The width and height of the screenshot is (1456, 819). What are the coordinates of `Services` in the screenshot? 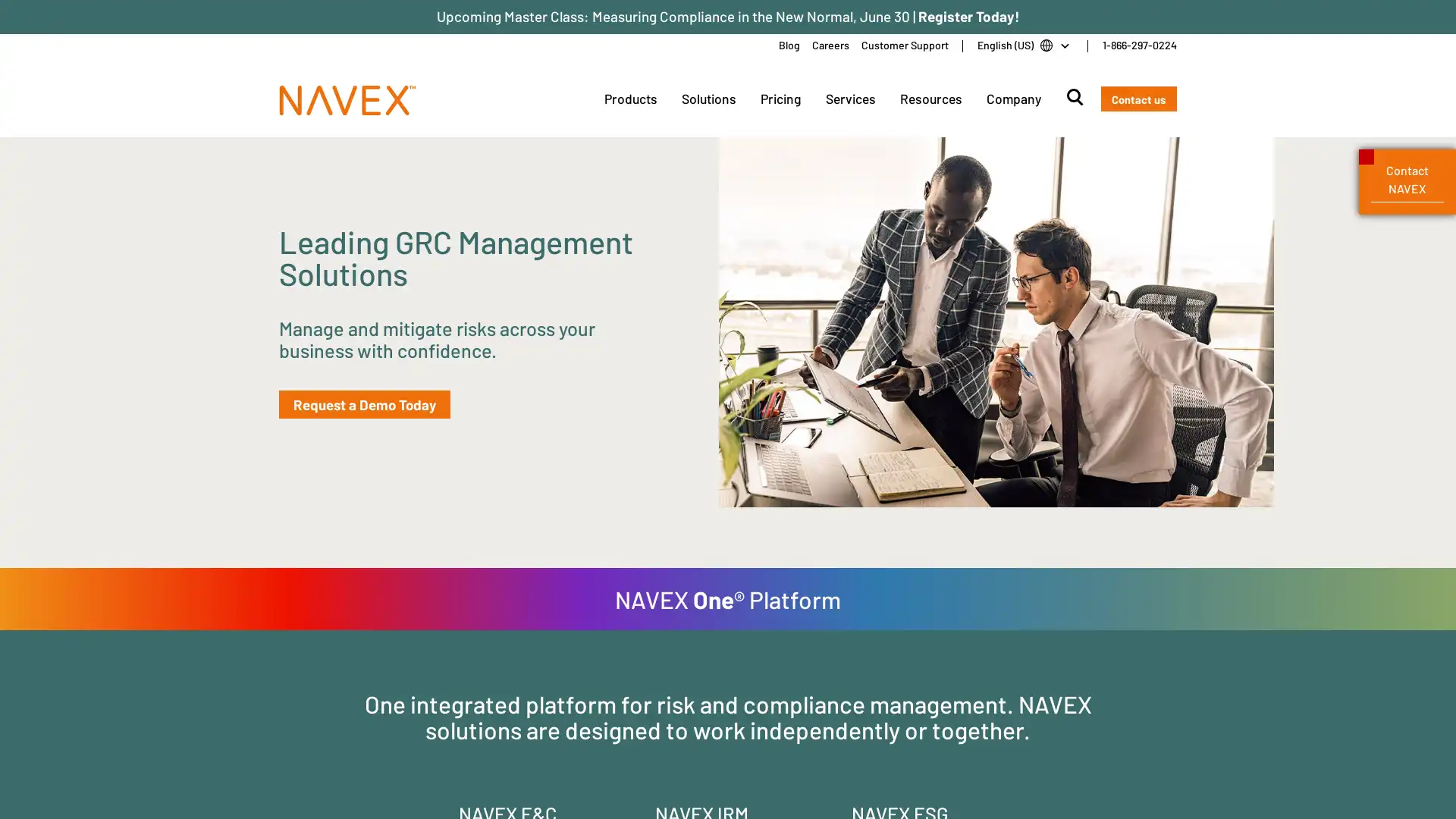 It's located at (850, 99).